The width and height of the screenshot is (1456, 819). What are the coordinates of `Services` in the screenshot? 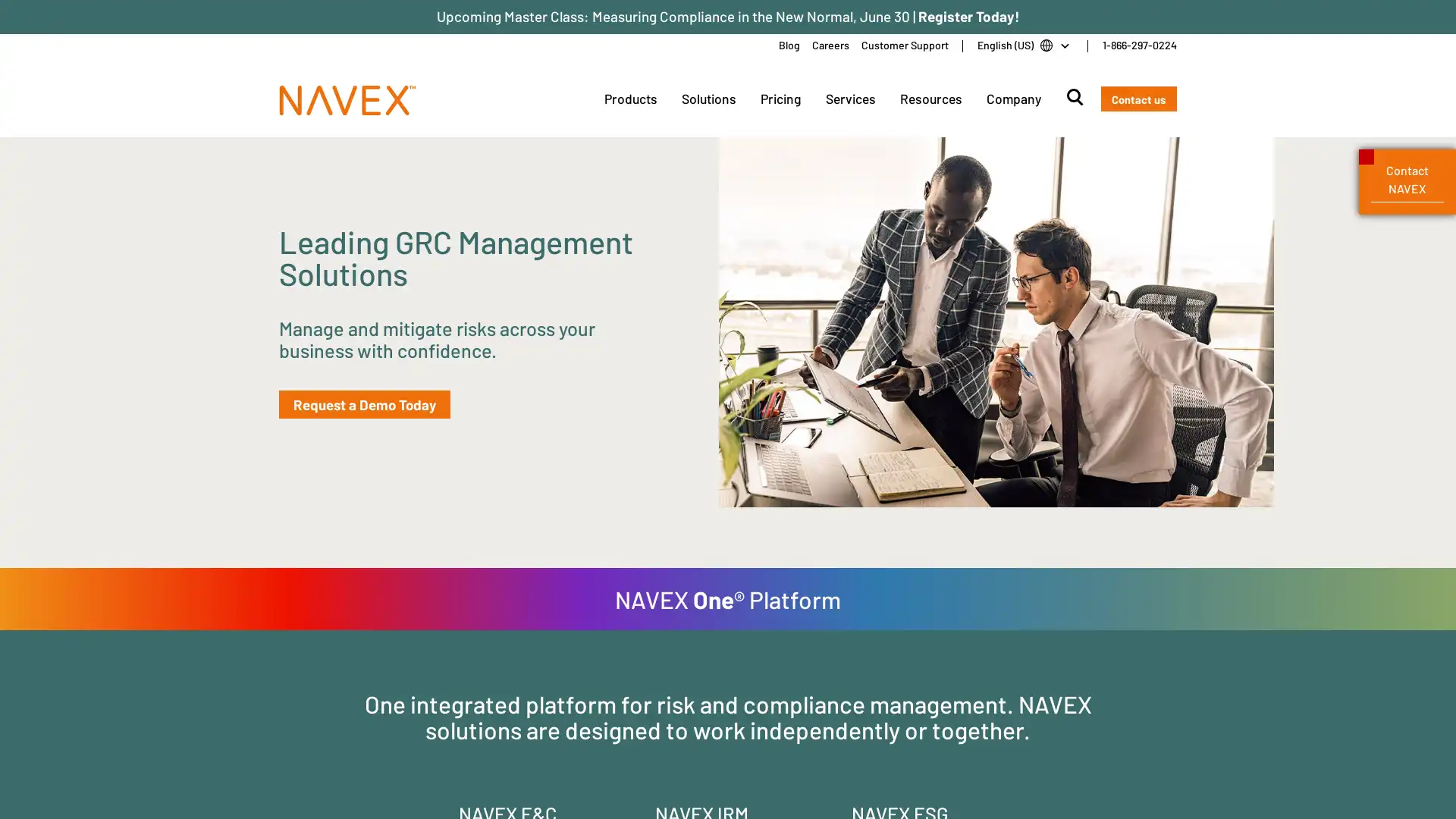 It's located at (850, 99).